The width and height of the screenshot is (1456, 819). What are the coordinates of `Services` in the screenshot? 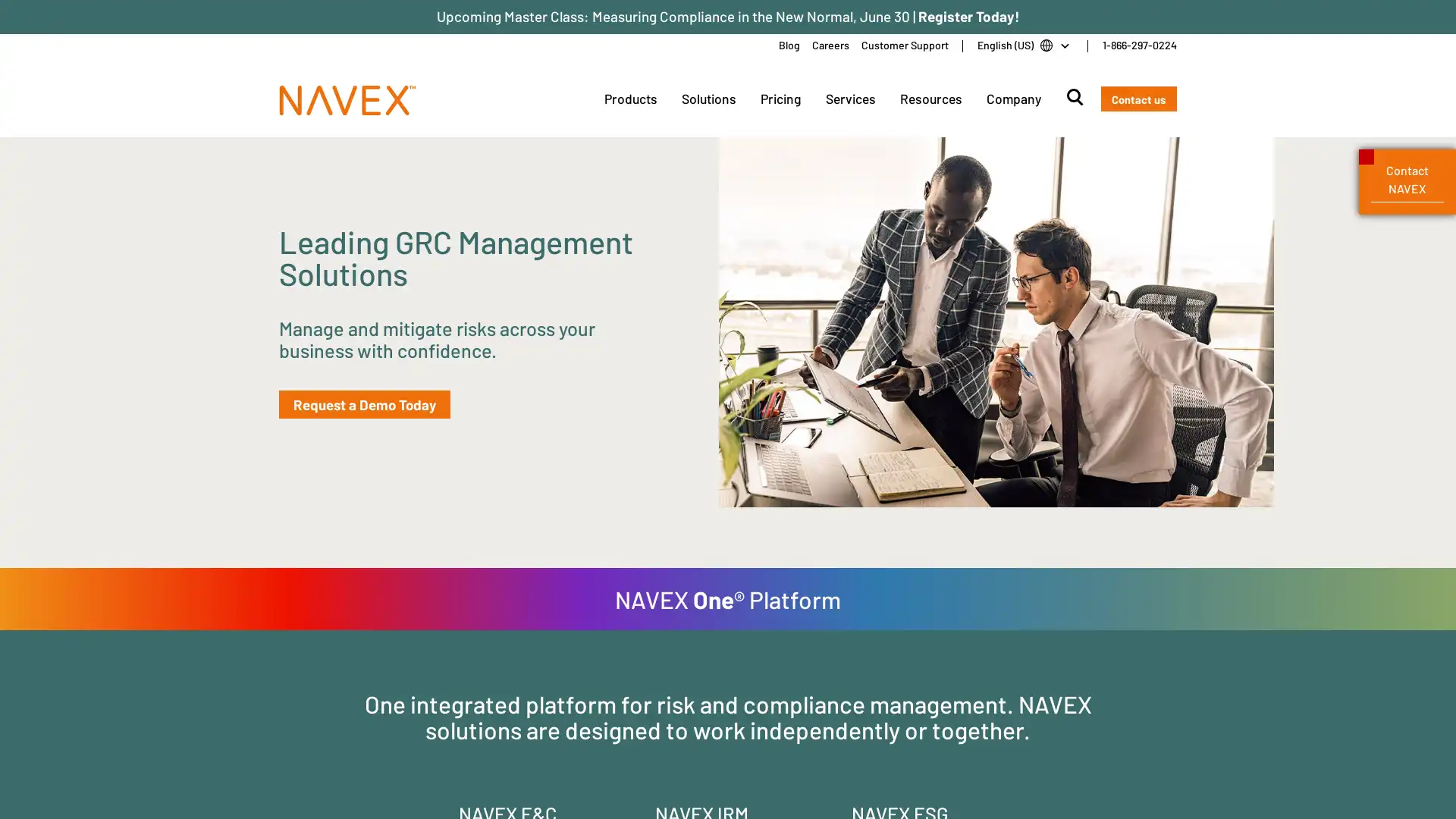 It's located at (850, 99).